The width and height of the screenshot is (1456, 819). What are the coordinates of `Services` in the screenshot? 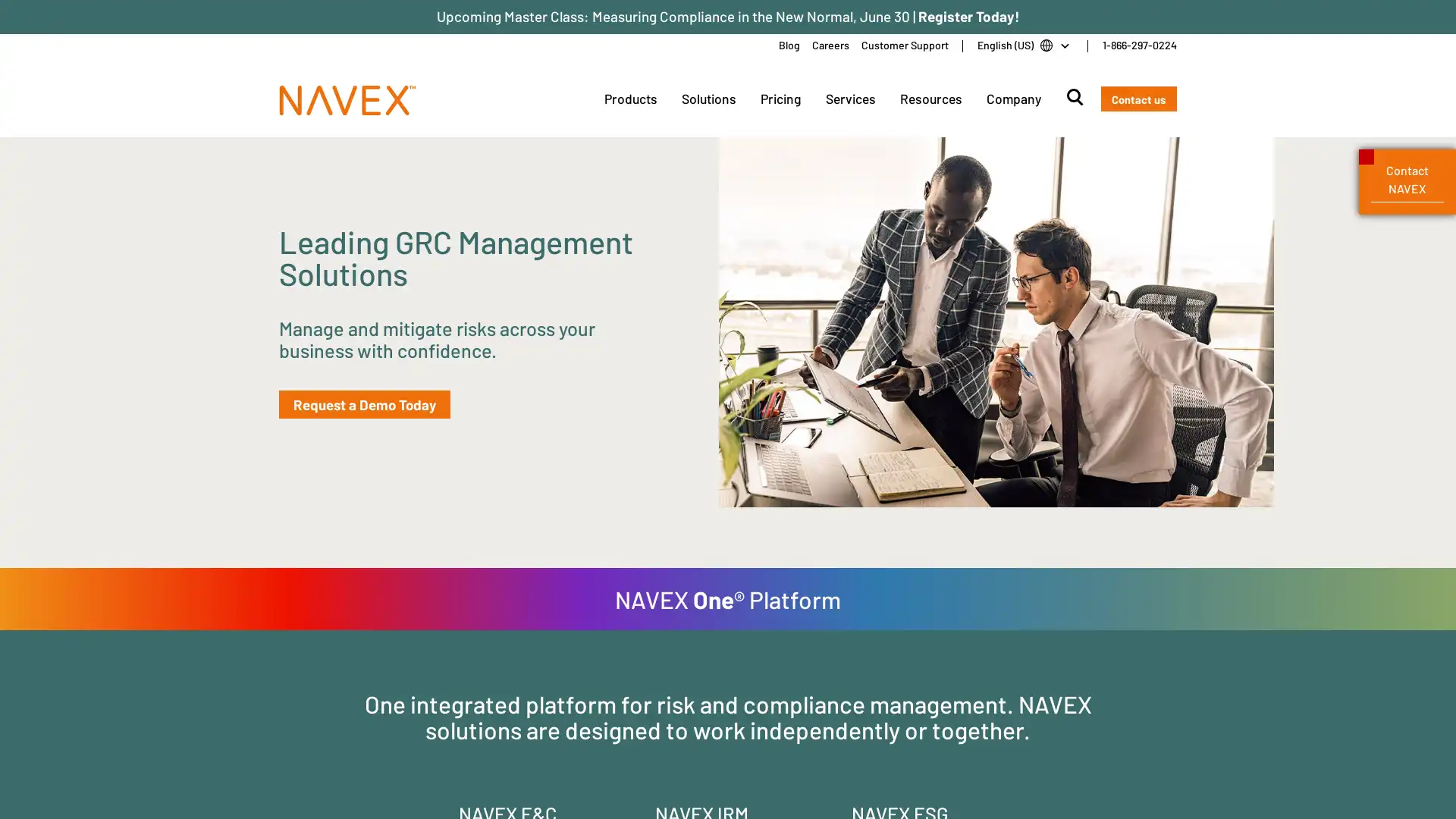 It's located at (850, 99).